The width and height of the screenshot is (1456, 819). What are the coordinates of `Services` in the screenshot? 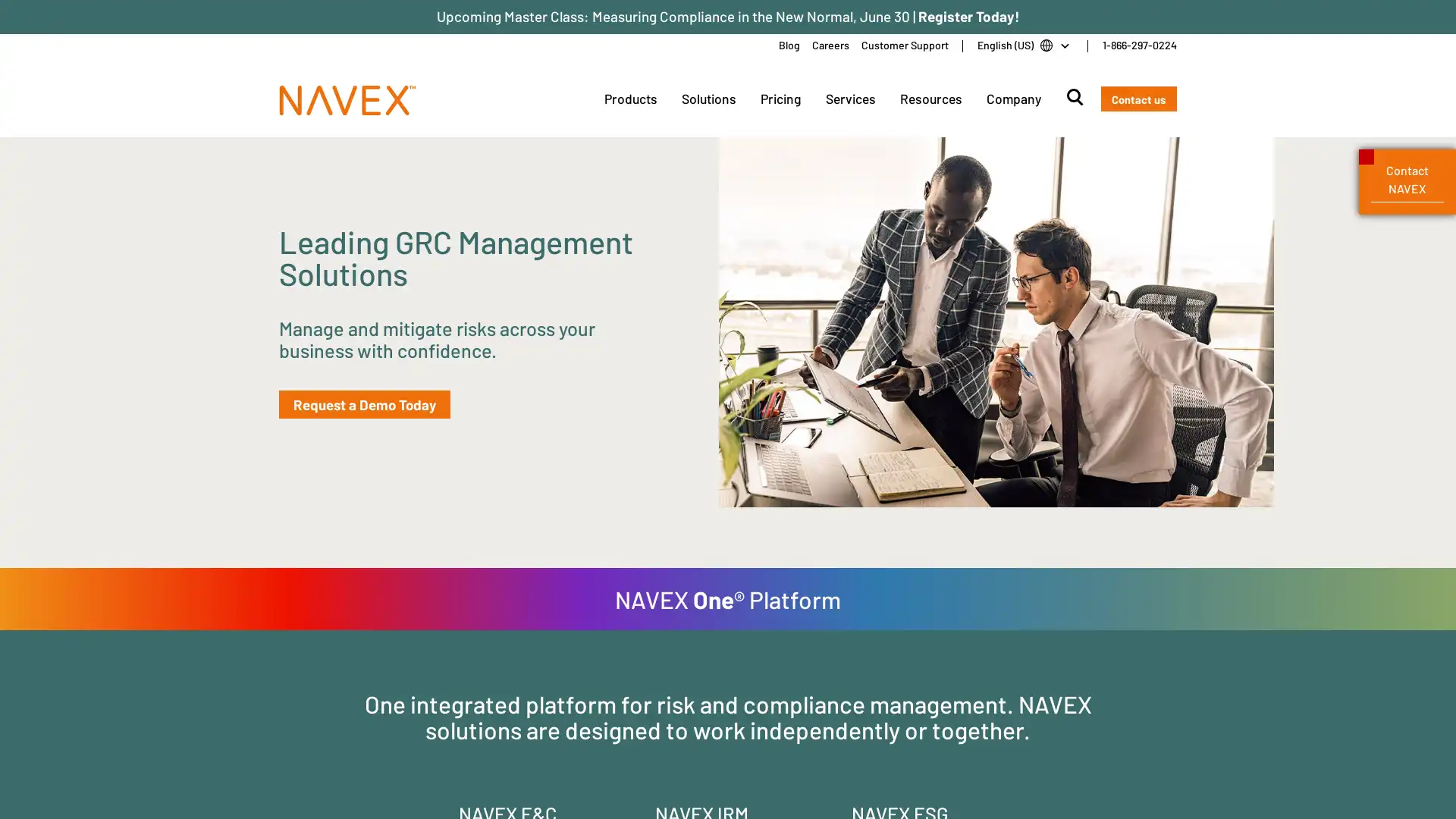 It's located at (850, 99).